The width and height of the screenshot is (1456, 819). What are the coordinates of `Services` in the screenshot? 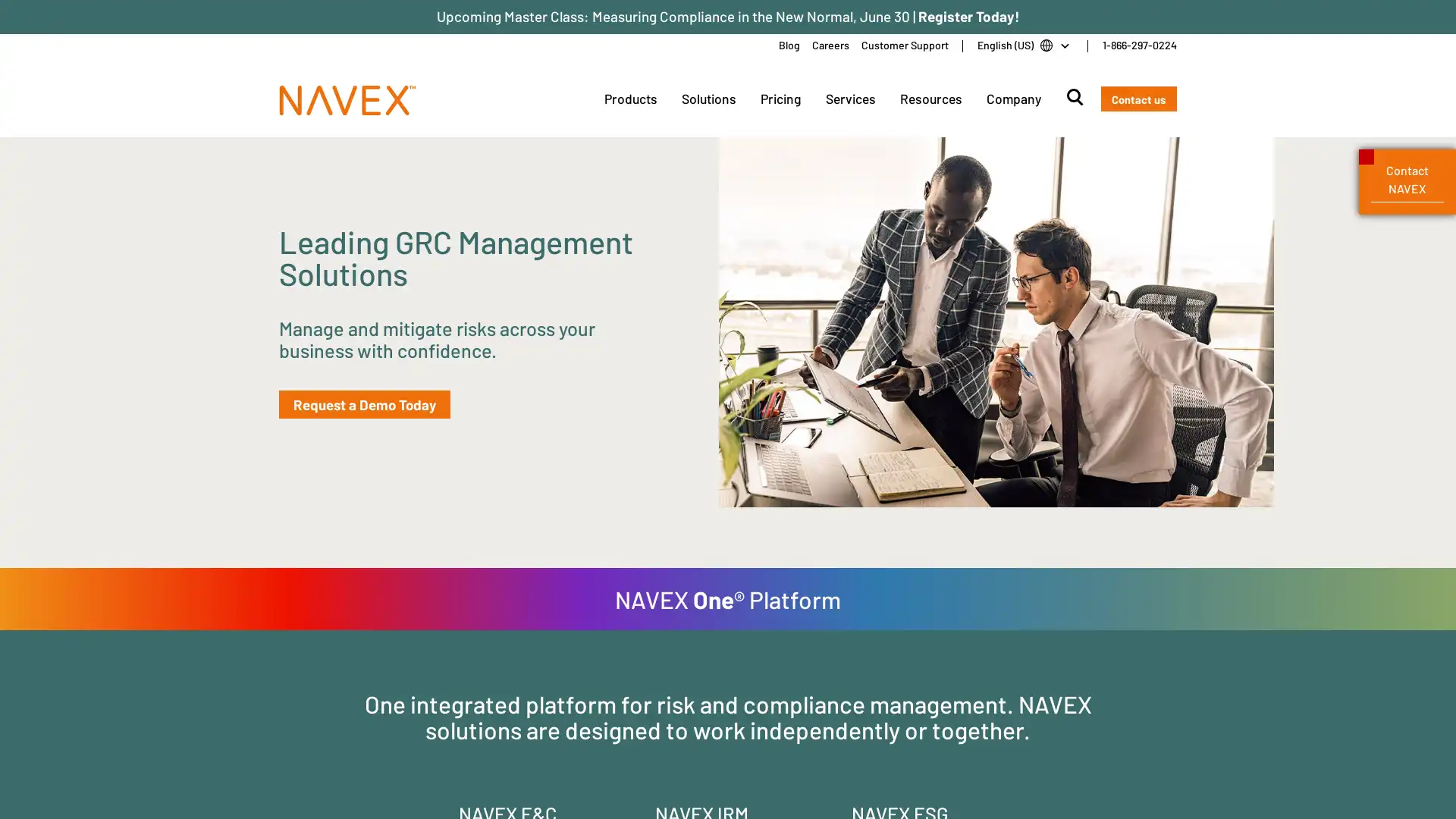 It's located at (850, 99).